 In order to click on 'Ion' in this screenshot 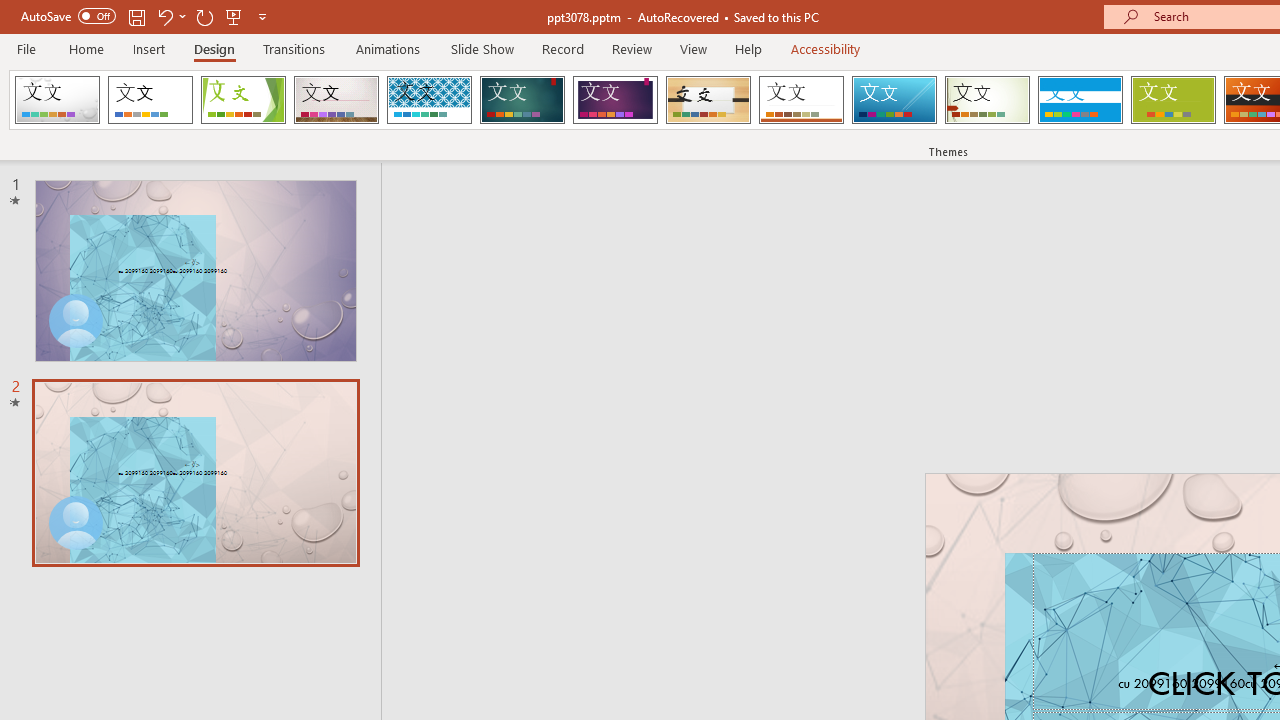, I will do `click(522, 100)`.